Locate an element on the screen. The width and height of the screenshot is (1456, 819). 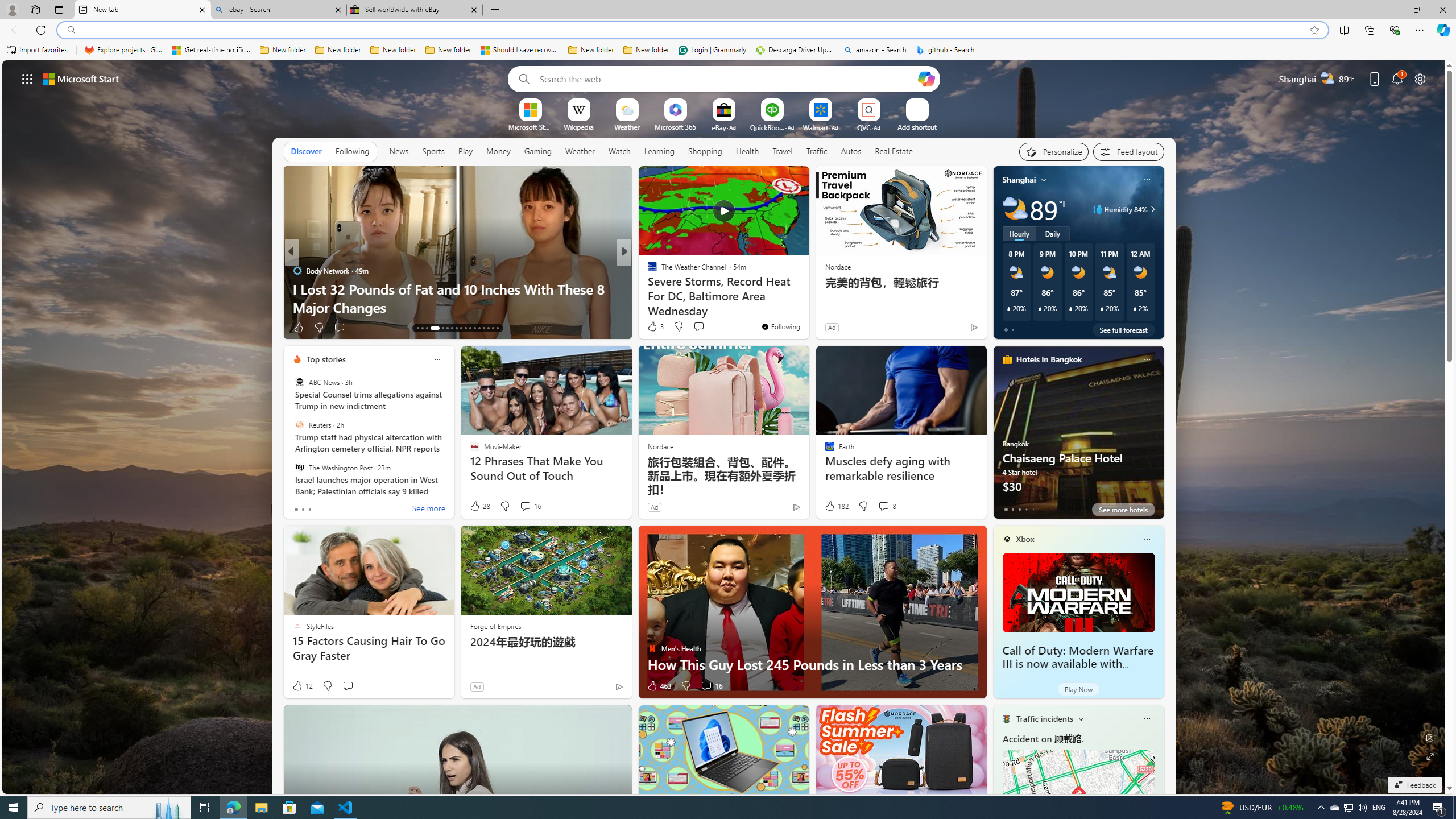
'Login | Grammarly' is located at coordinates (712, 49).